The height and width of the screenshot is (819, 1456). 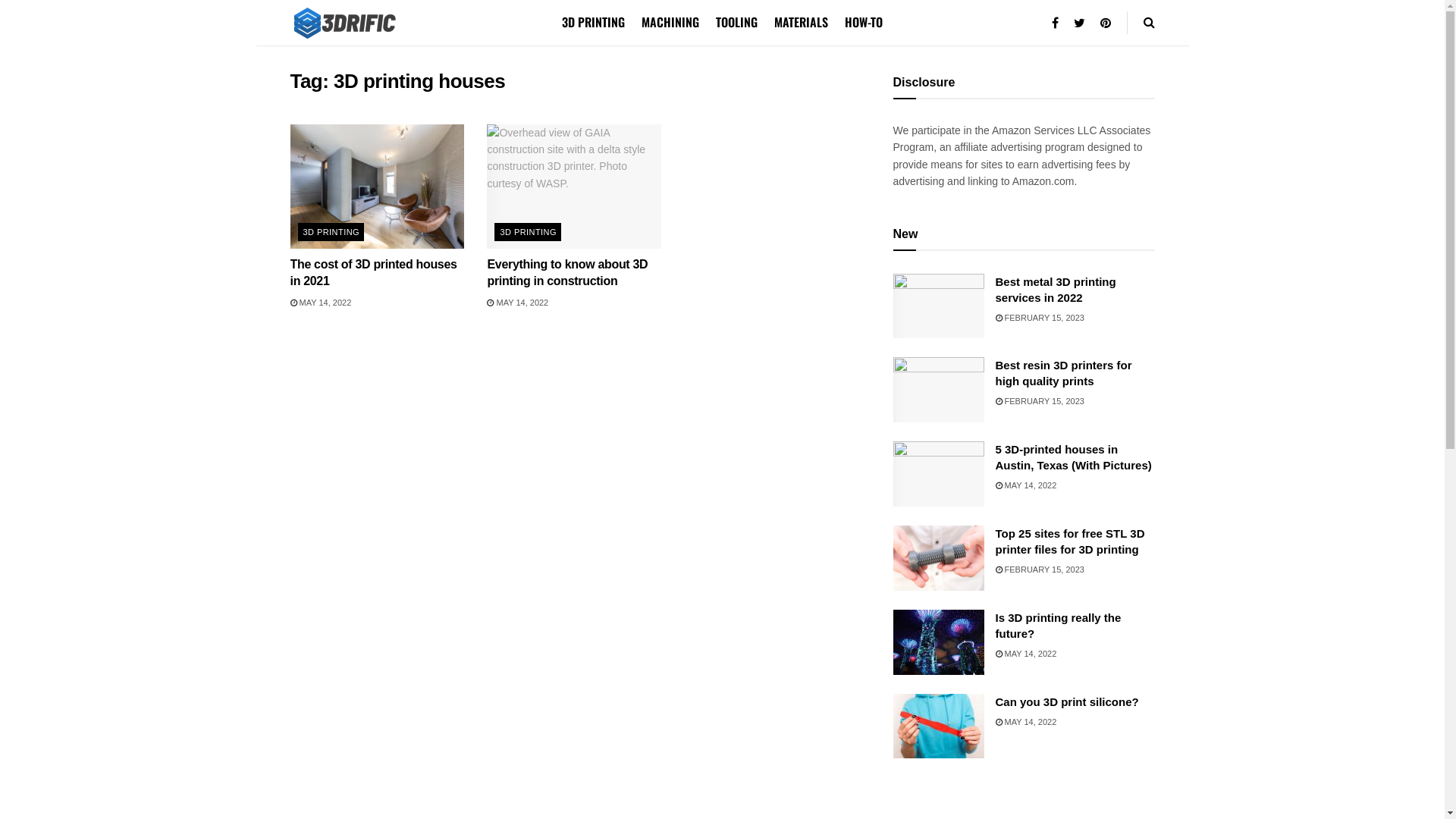 I want to click on 'MACHINING', so click(x=669, y=22).